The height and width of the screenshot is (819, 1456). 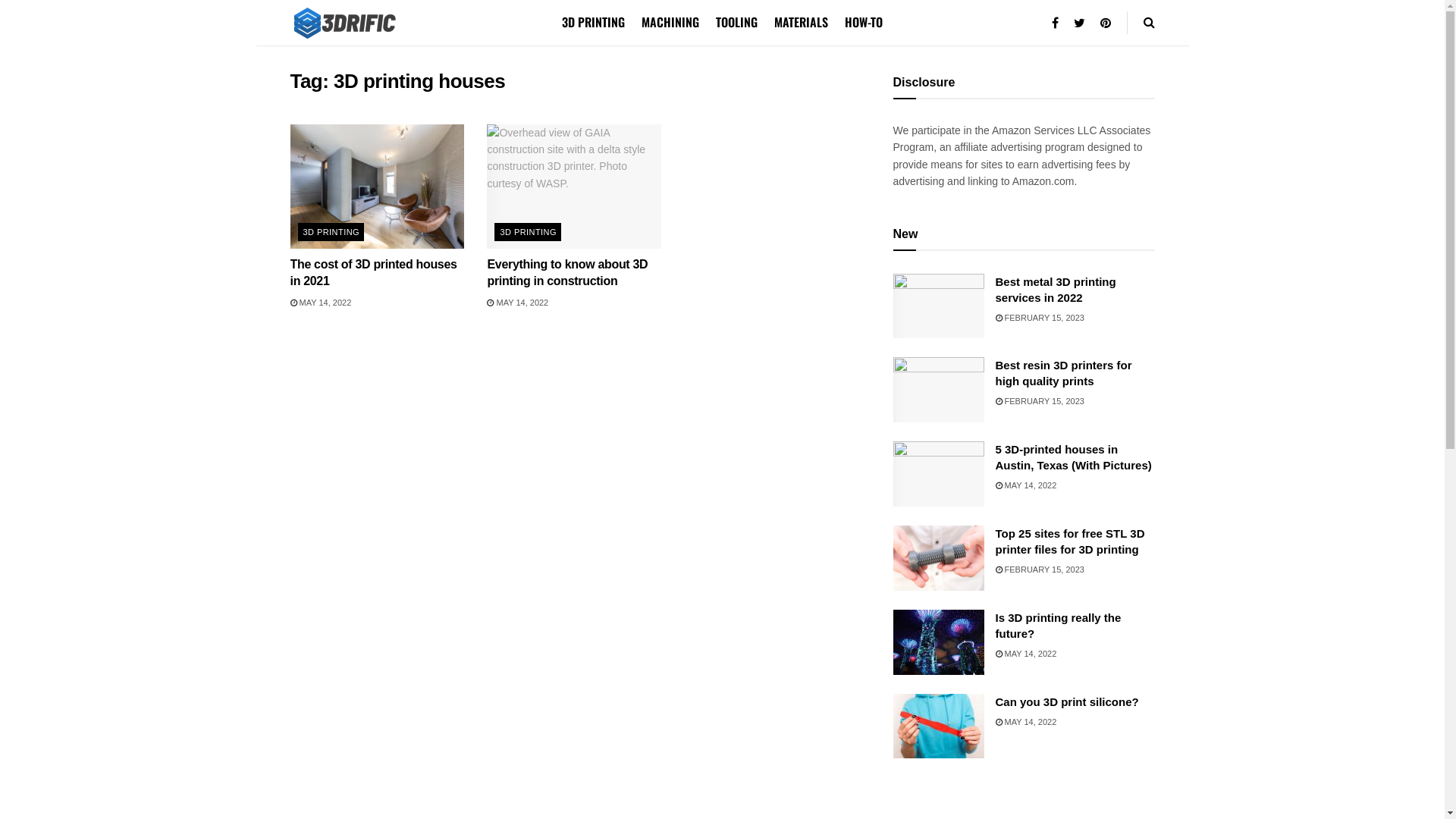 I want to click on 'MACHINING', so click(x=669, y=22).